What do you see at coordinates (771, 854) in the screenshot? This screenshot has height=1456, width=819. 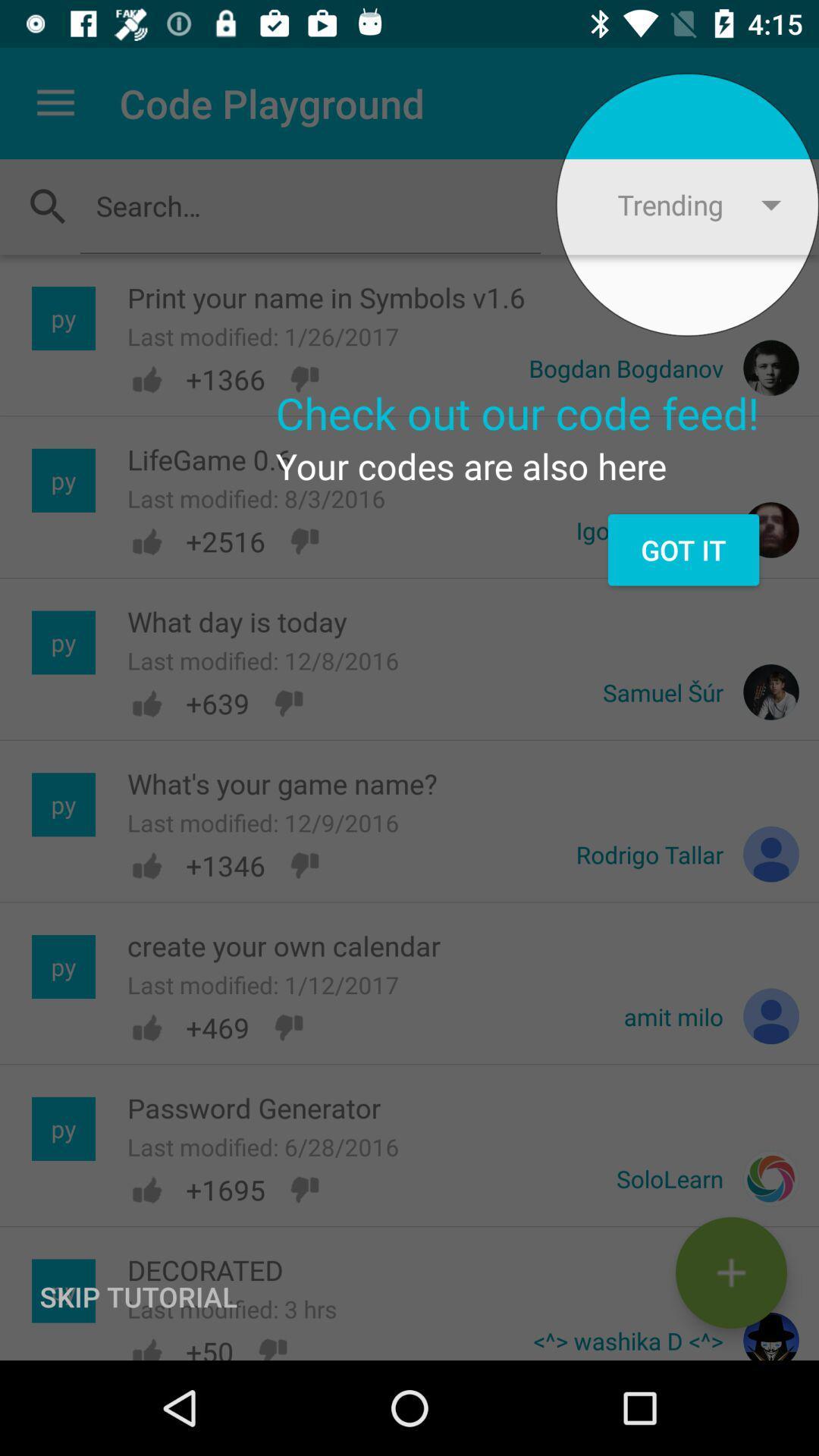 I see `the icon which is next to the rodrigo tallar` at bounding box center [771, 854].